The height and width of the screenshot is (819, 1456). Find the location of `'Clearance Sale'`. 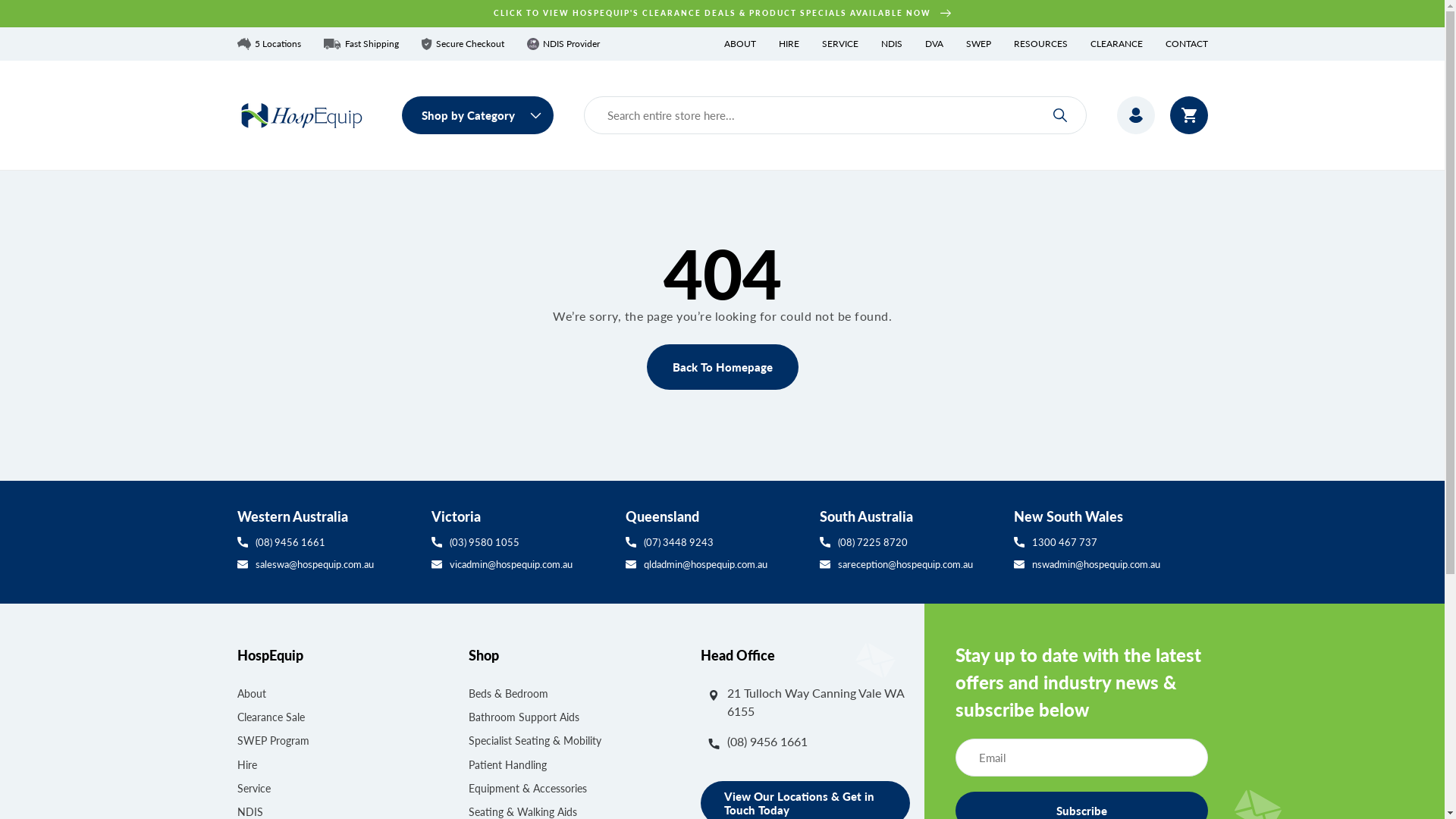

'Clearance Sale' is located at coordinates (270, 717).